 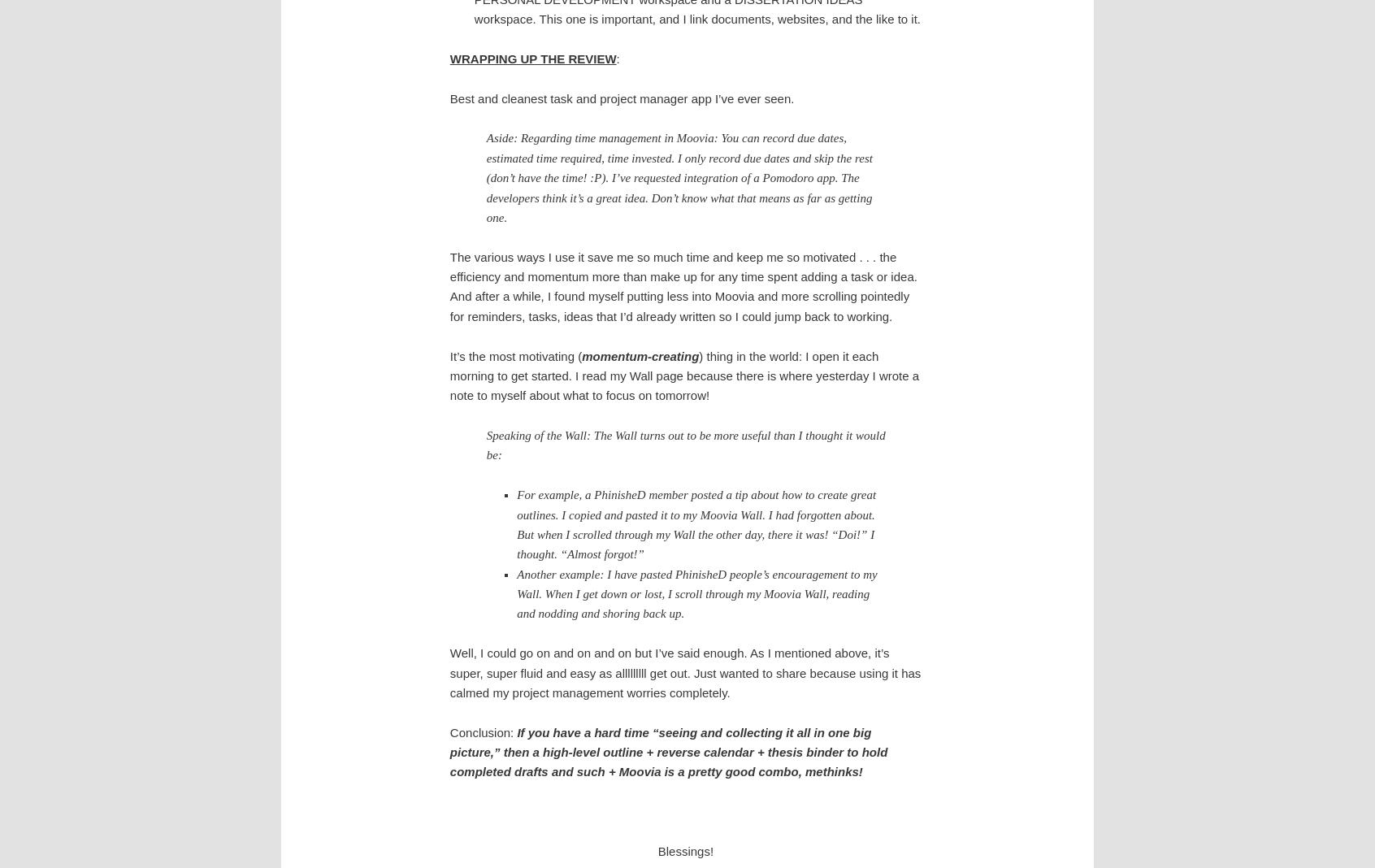 I want to click on 'The various ways I use it save me so much time and keep me so motivated . . . the efficiency and momentum more than make up for any time spent adding a task or idea. And after a while, I found myself putting less into Moovia and more scrolling pointedly for reminders, tasks, ideas that I’d already written so I could jump back to working.', so click(x=683, y=285).